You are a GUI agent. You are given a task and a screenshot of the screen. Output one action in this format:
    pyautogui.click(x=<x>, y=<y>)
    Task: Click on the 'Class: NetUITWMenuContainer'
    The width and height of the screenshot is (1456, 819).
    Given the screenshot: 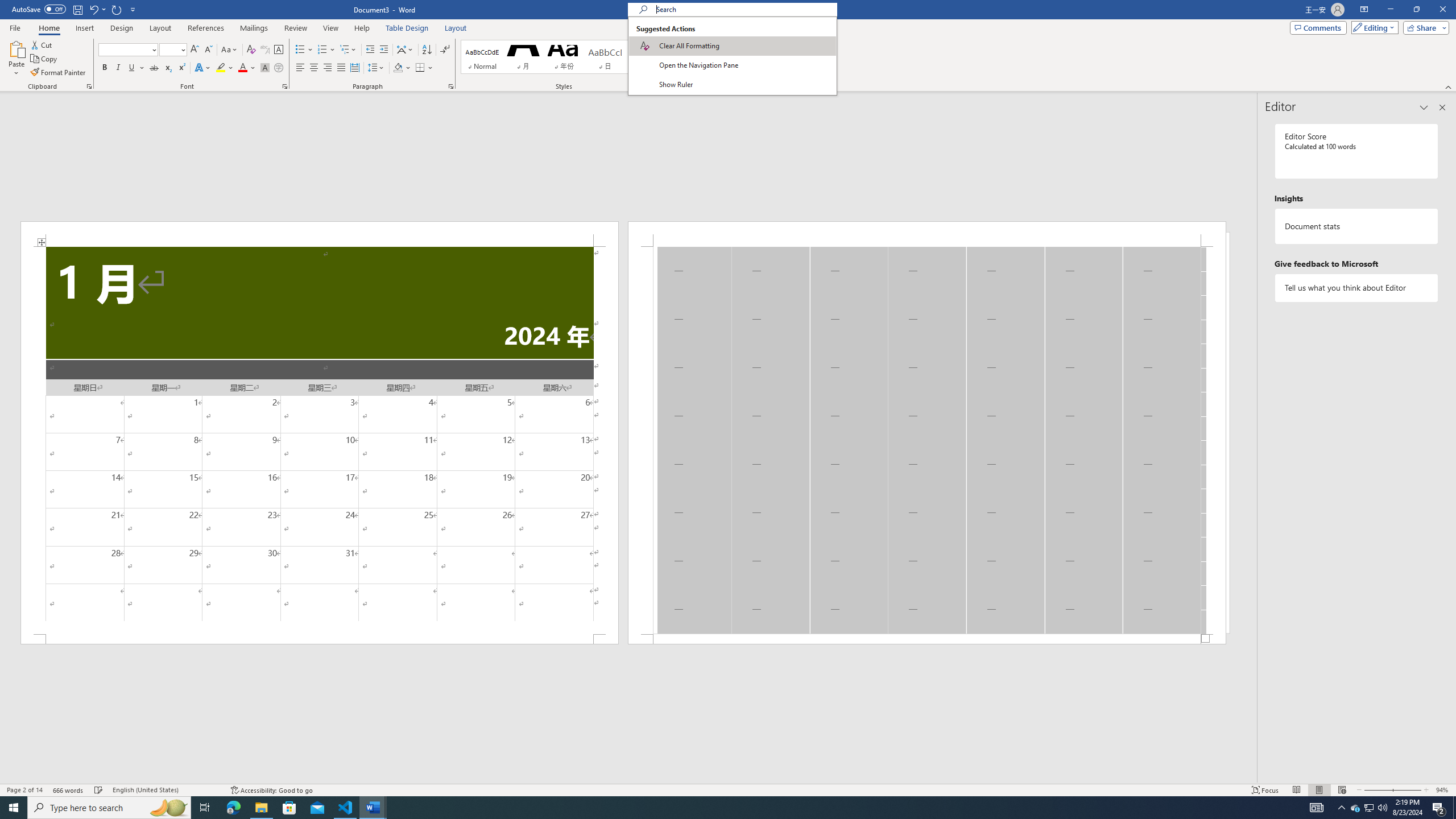 What is the action you would take?
    pyautogui.click(x=732, y=55)
    